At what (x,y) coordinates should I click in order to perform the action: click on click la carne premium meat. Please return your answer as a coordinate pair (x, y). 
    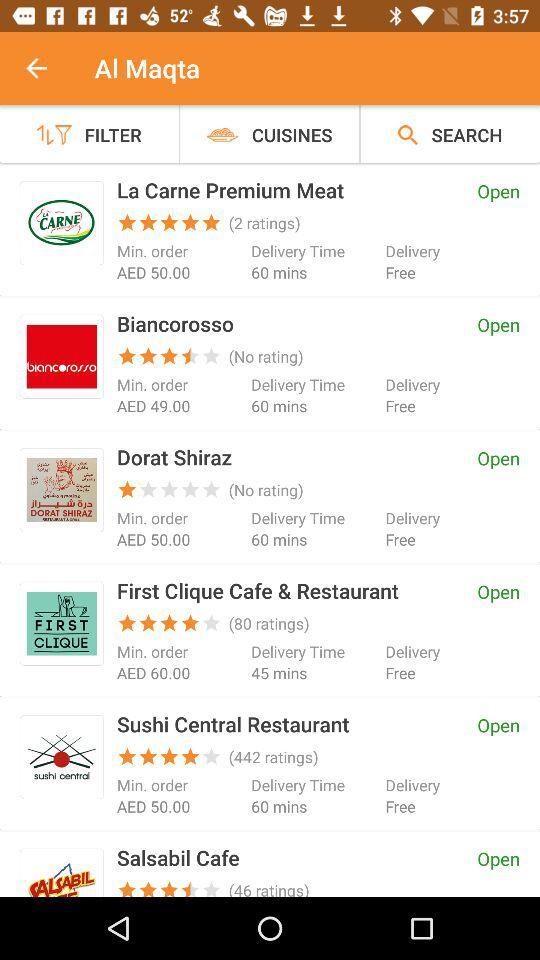
    Looking at the image, I should click on (61, 223).